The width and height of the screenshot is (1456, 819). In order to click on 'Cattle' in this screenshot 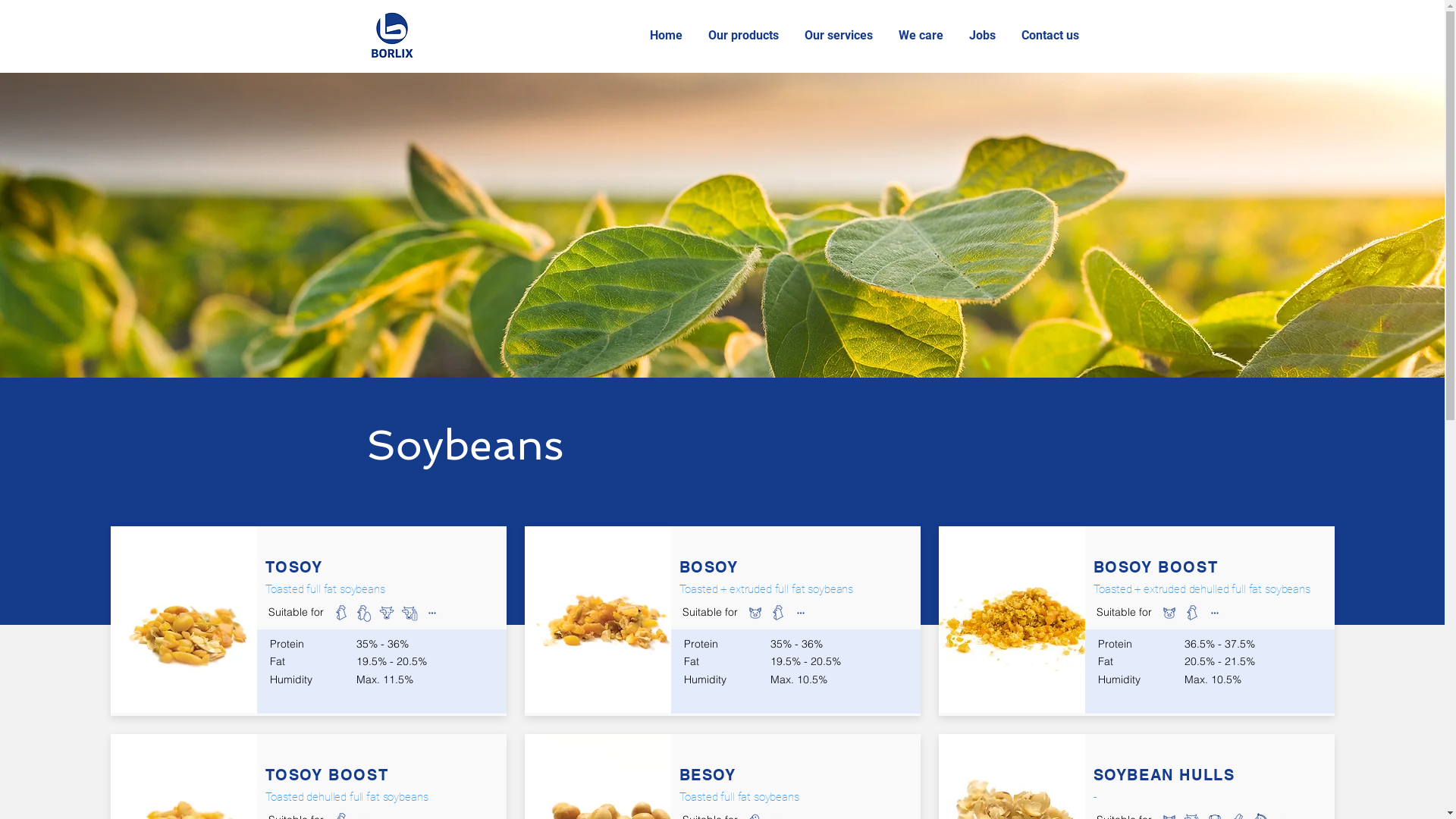, I will do `click(385, 610)`.